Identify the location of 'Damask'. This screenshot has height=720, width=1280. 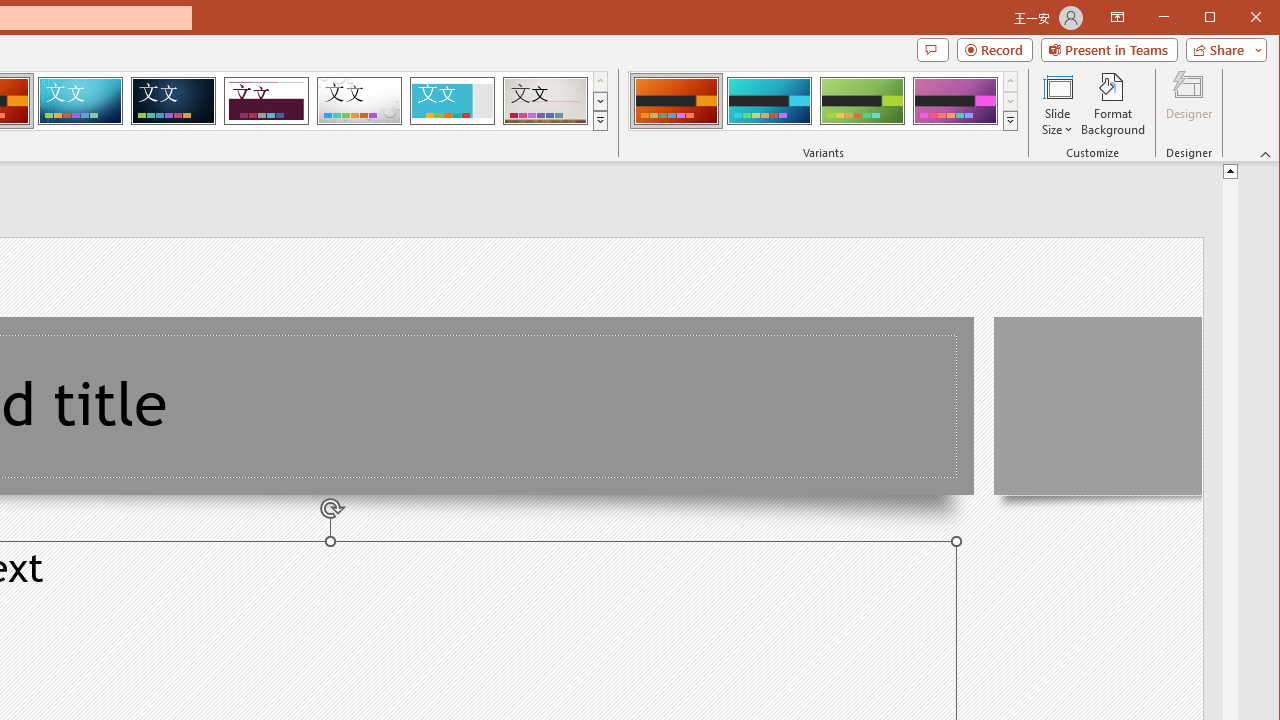
(173, 100).